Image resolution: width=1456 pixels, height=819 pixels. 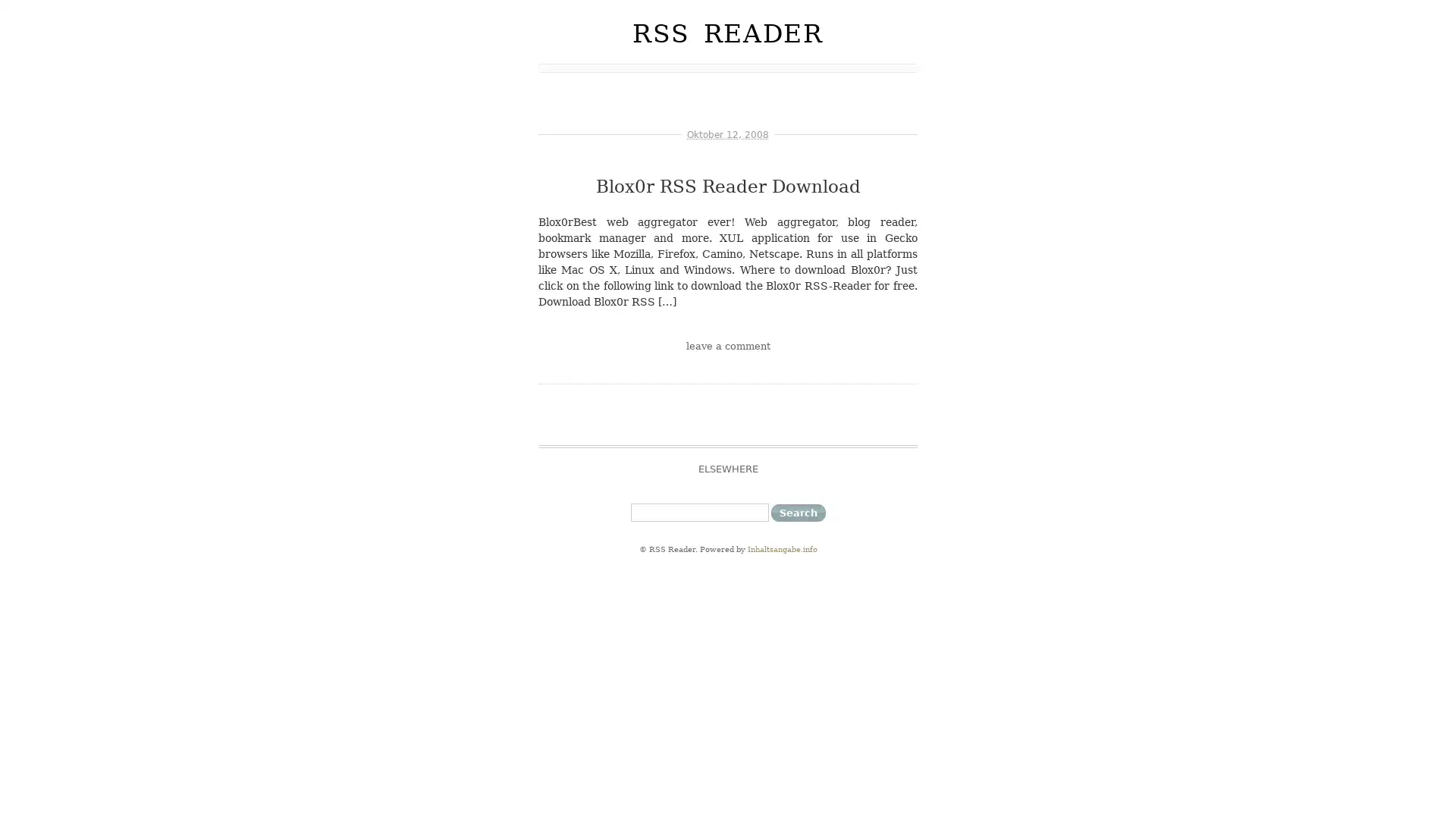 I want to click on Search, so click(x=796, y=512).